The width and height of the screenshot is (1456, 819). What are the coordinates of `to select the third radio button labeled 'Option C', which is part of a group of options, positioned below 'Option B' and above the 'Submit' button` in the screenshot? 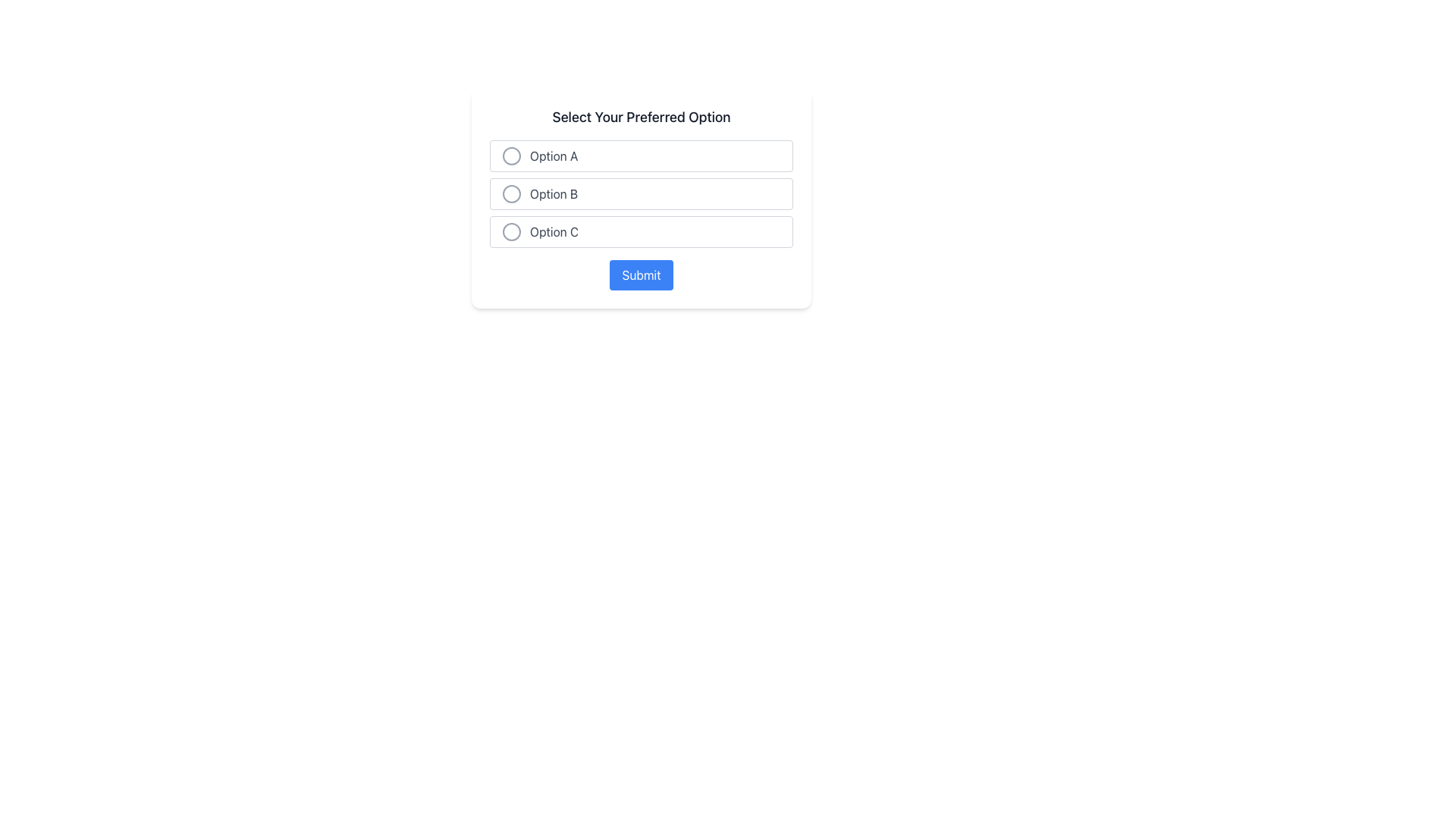 It's located at (641, 231).